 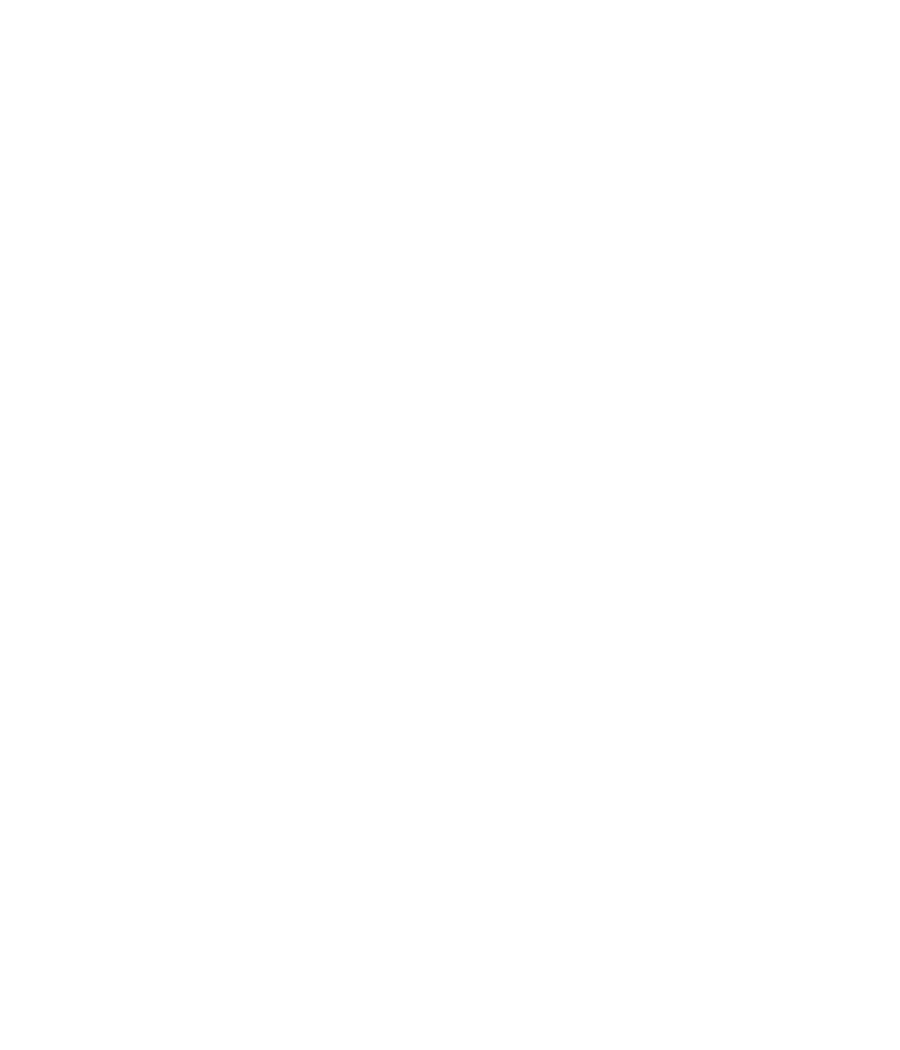 I want to click on 'California Privacy Rights', so click(x=681, y=849).